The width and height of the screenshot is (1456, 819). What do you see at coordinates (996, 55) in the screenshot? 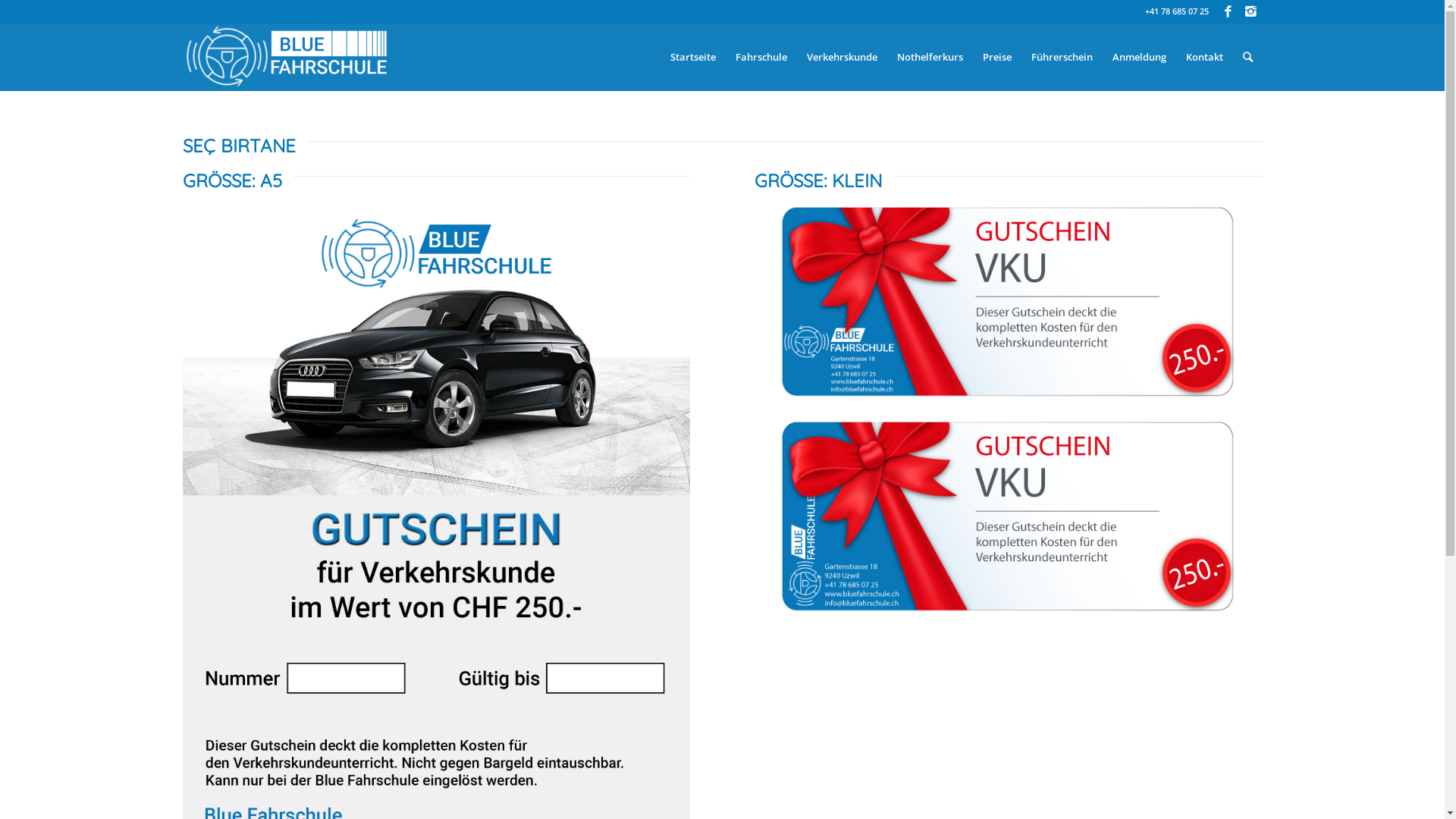
I see `'Preise'` at bounding box center [996, 55].